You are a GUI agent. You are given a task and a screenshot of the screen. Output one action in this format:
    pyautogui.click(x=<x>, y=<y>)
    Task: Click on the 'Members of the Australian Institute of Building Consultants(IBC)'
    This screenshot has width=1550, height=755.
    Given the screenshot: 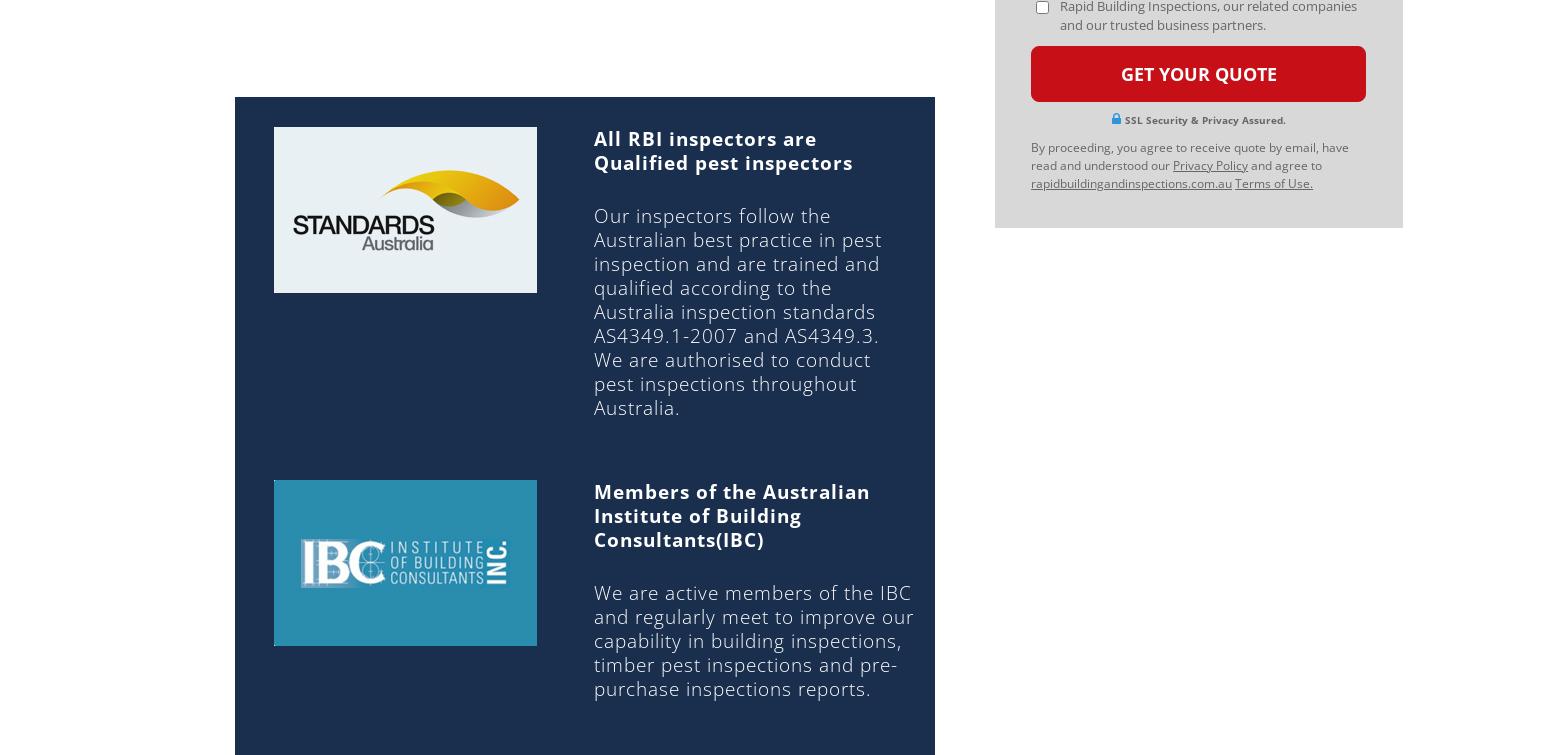 What is the action you would take?
    pyautogui.click(x=593, y=513)
    